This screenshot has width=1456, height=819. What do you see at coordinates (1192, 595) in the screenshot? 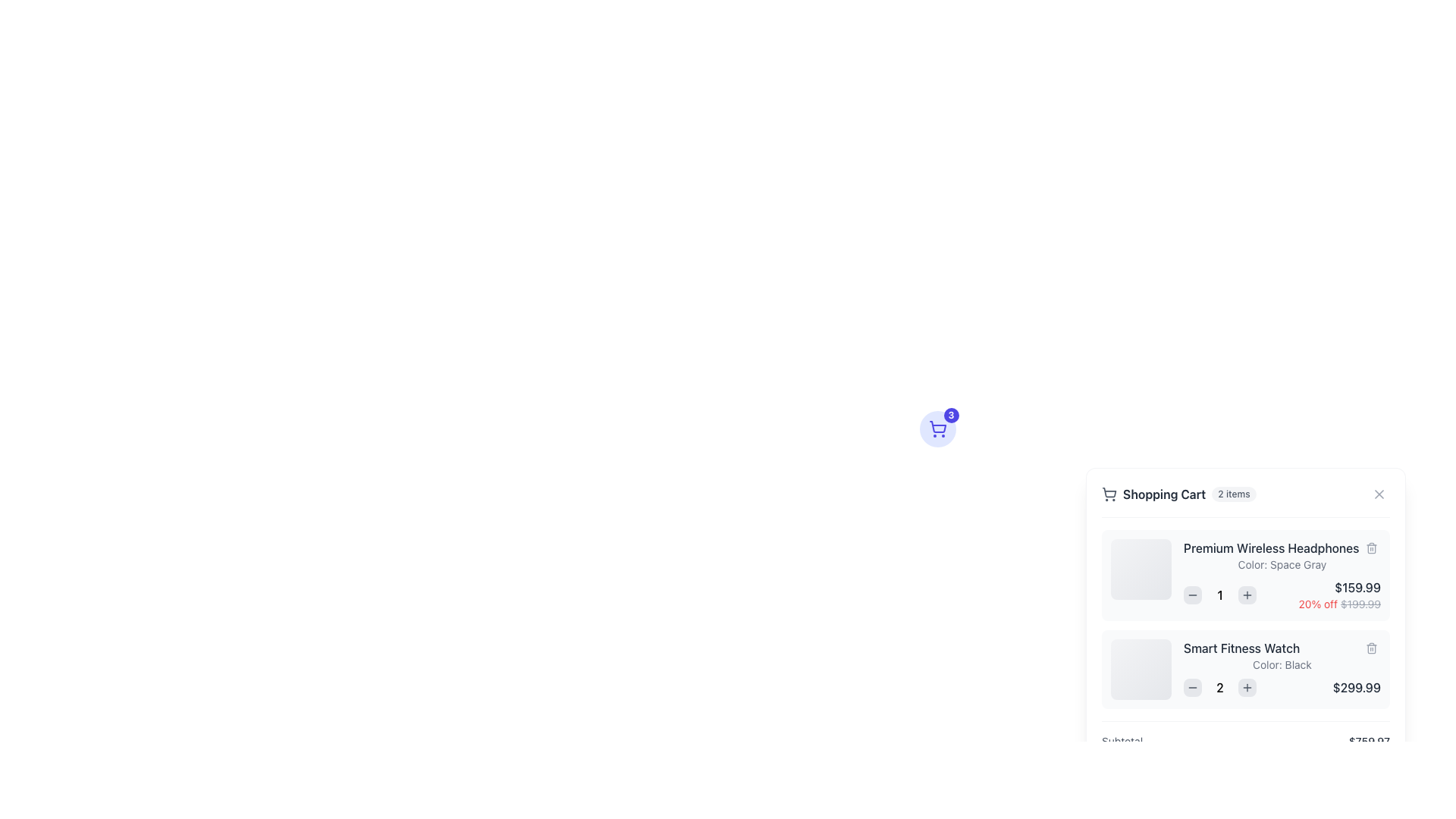
I see `the Decrement Button (Minus Icon Button) located to the left of the quantity input field in the shopping cart interface` at bounding box center [1192, 595].